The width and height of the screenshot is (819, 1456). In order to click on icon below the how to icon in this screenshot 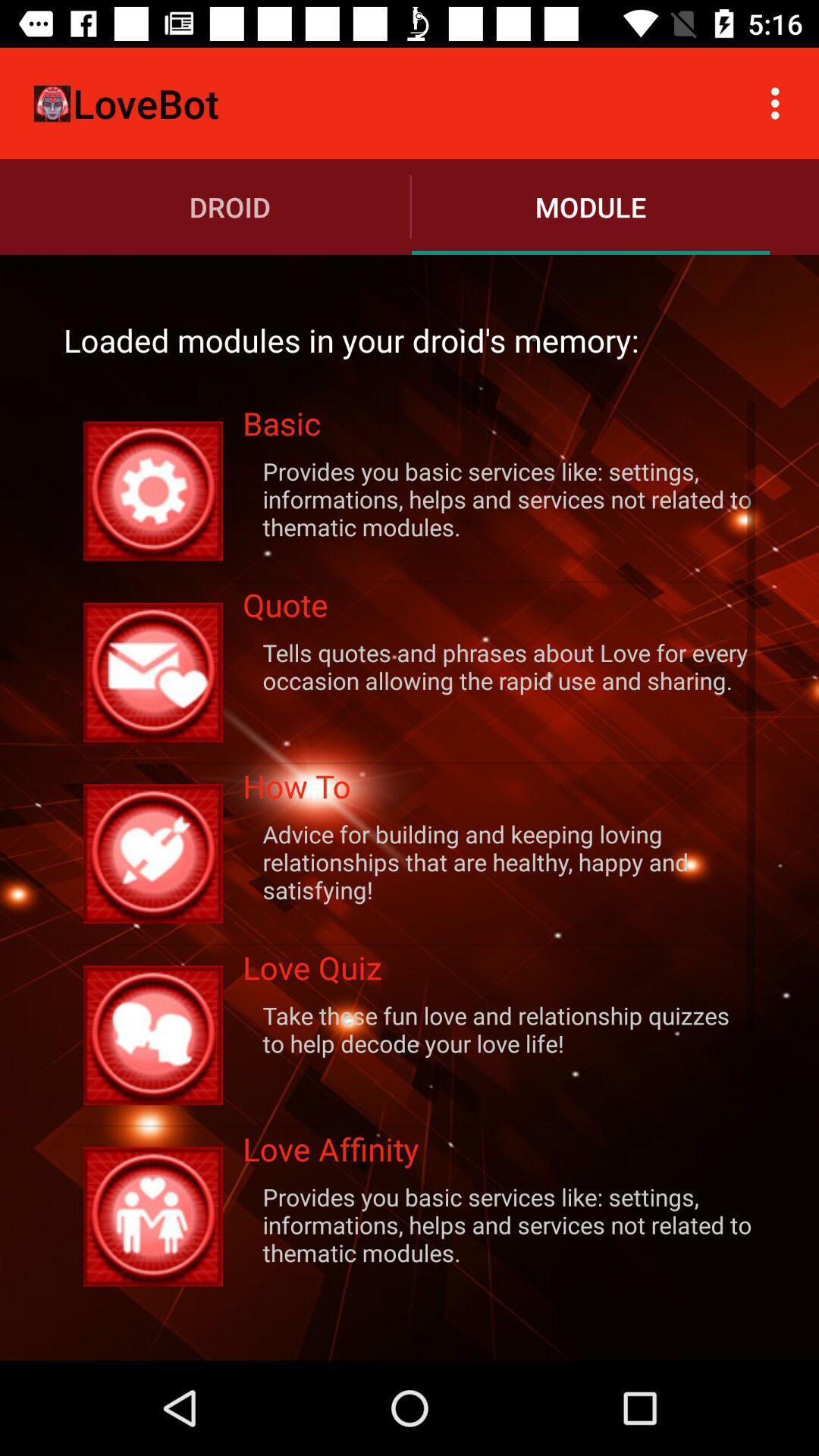, I will do `click(499, 861)`.